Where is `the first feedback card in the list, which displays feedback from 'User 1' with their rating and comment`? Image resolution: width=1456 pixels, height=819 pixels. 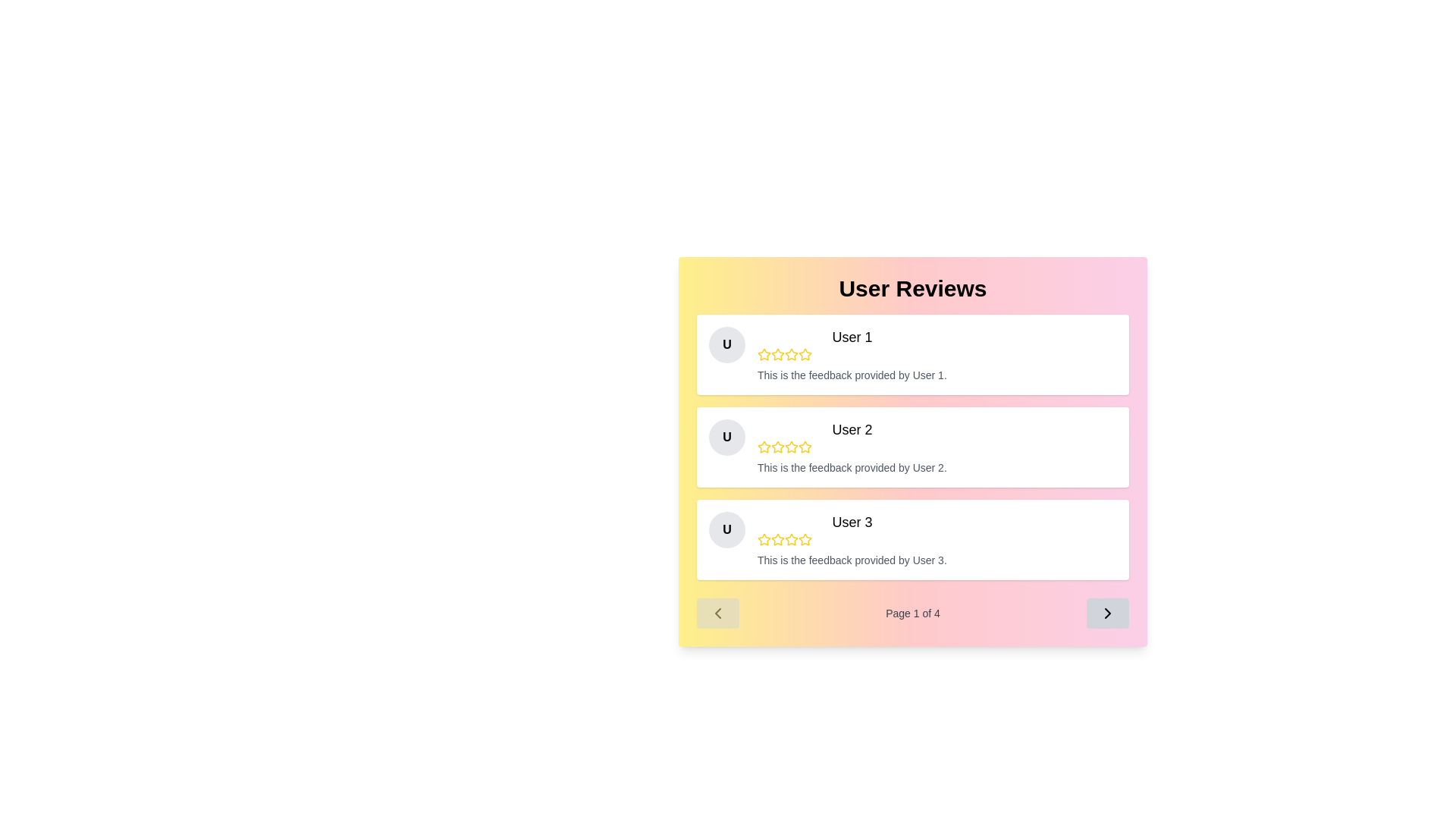 the first feedback card in the list, which displays feedback from 'User 1' with their rating and comment is located at coordinates (912, 354).